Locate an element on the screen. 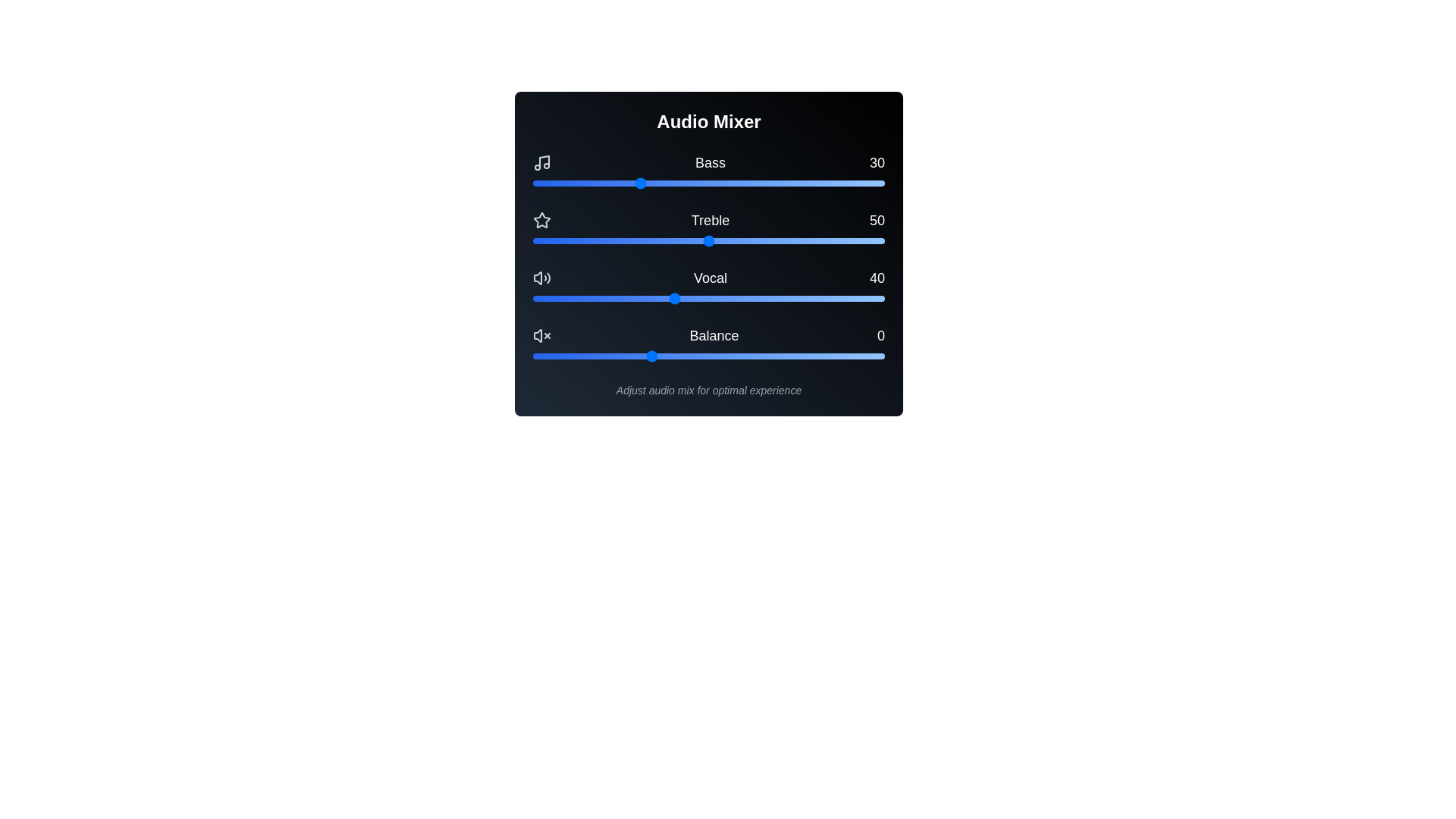 The image size is (1456, 819). the balance slider to -22 within its range of -50 to 100 is located at coordinates (598, 356).